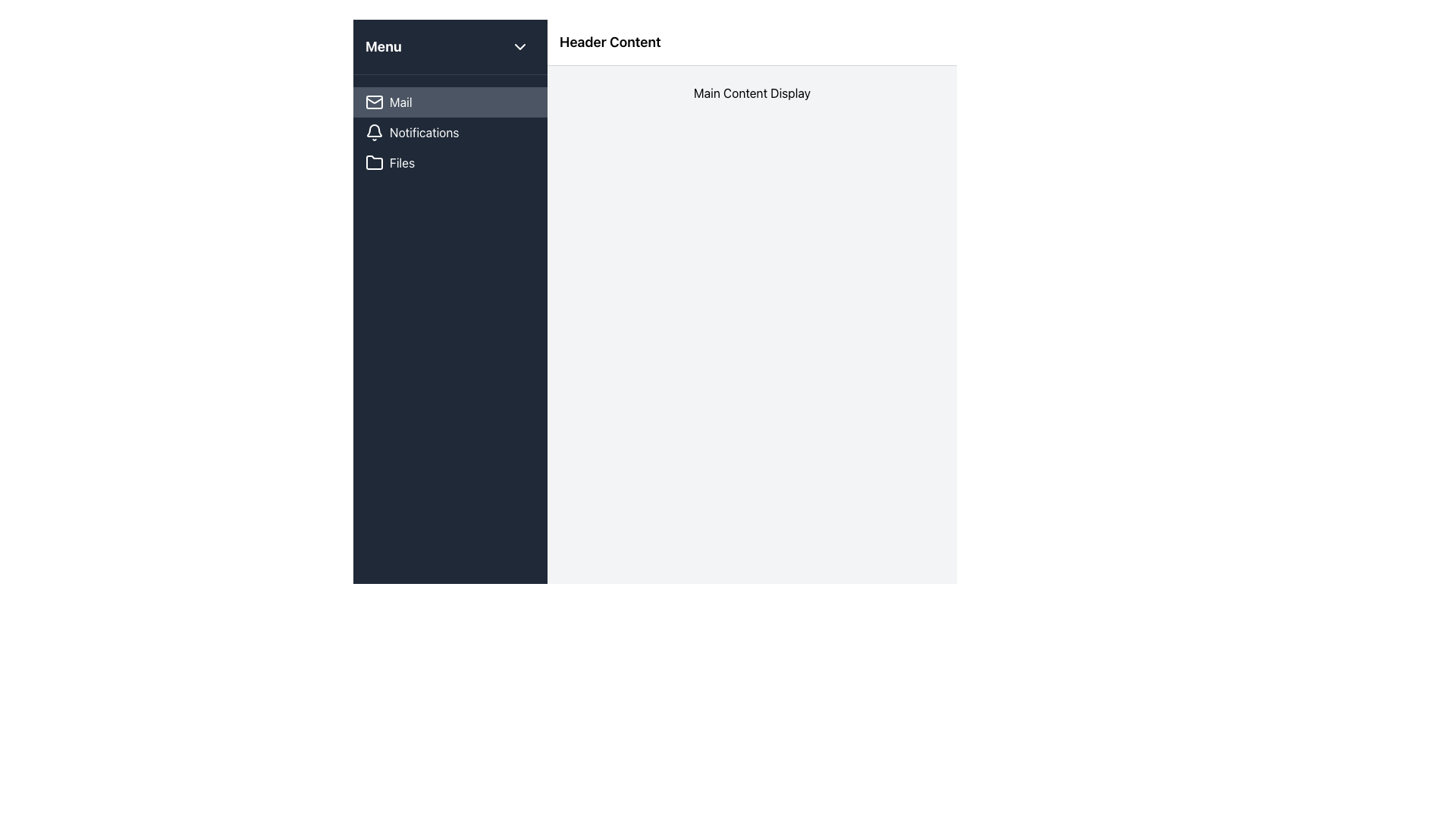  I want to click on text from the 'Header Content' label, which is a bold text label located in the header region of the interface, so click(610, 42).